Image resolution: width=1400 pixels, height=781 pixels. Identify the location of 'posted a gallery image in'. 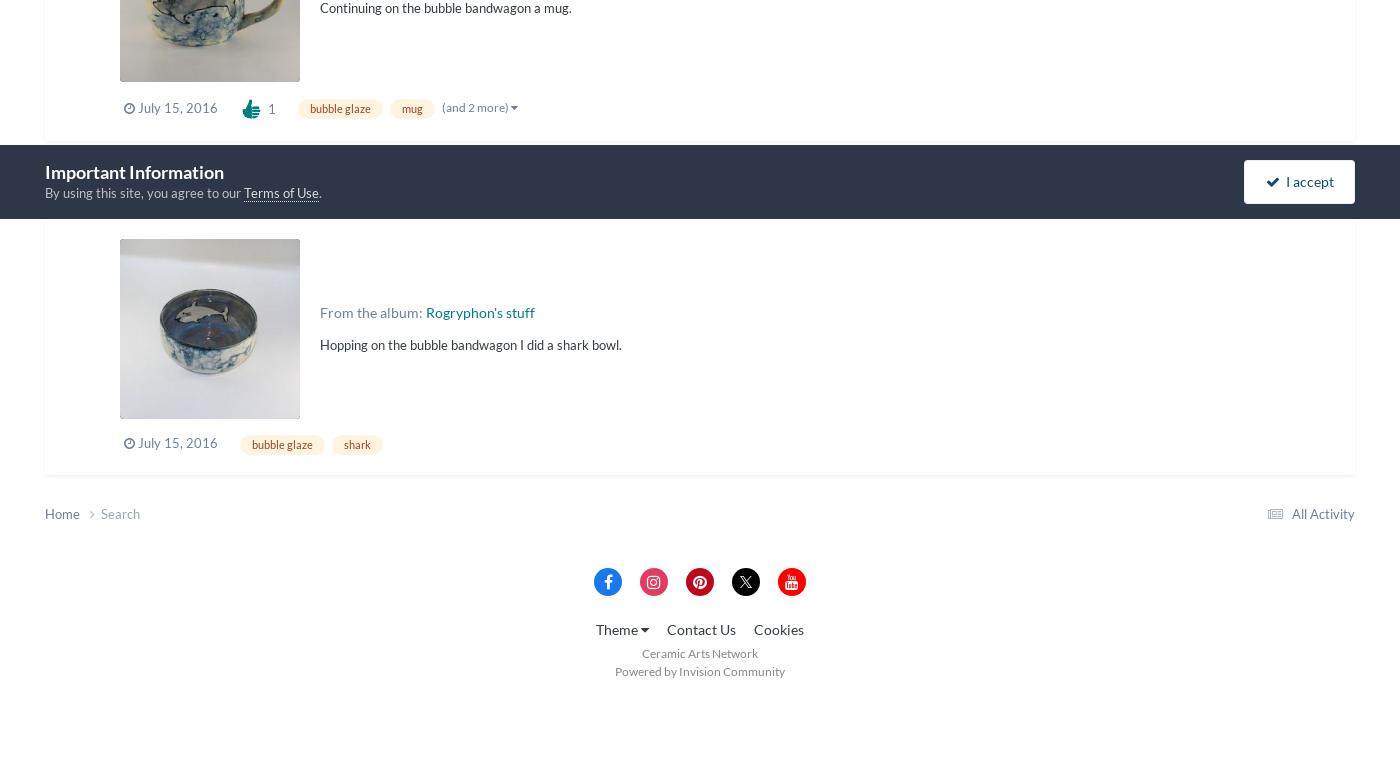
(271, 203).